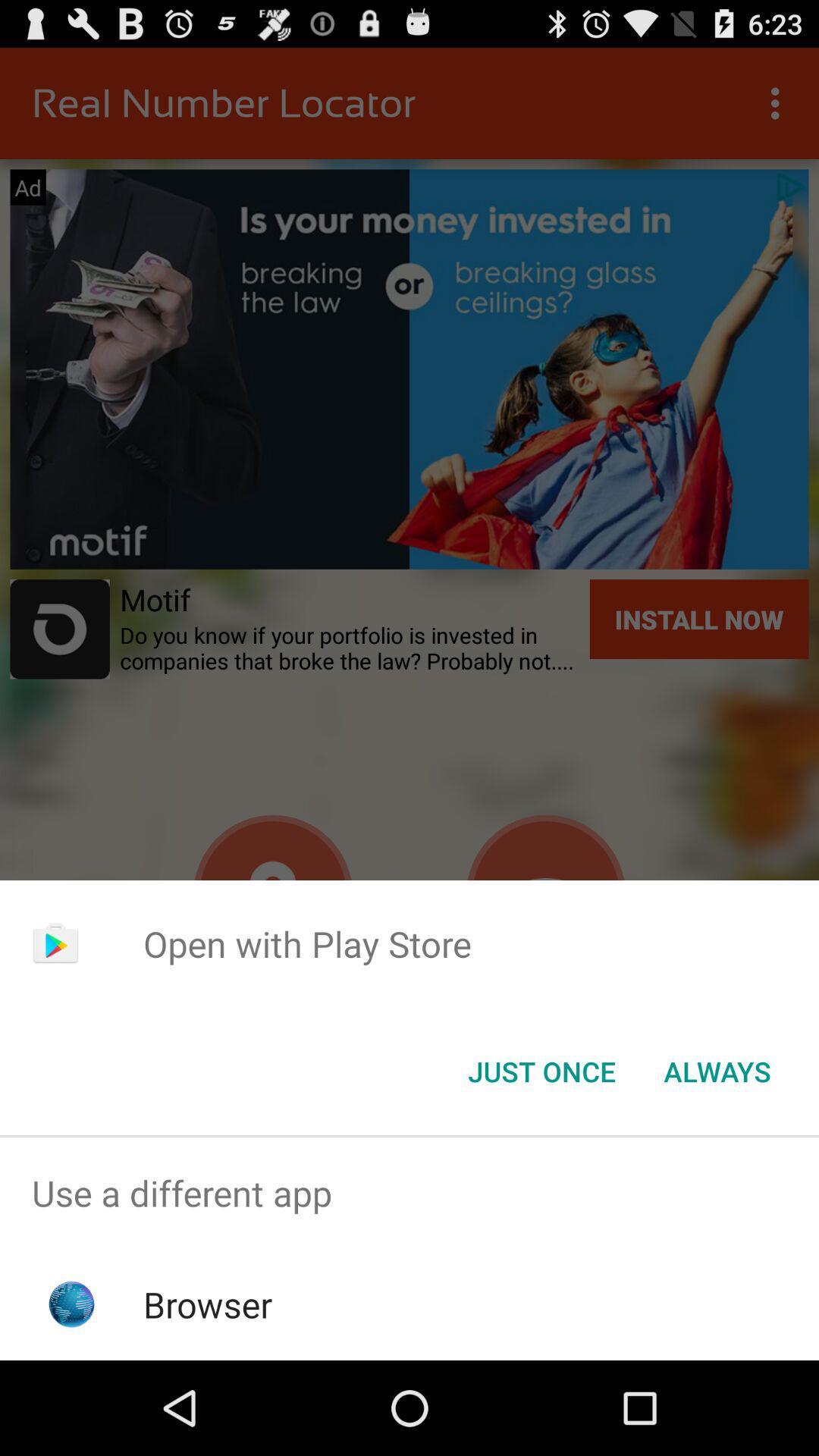 The image size is (819, 1456). Describe the element at coordinates (208, 1304) in the screenshot. I see `the browser` at that location.